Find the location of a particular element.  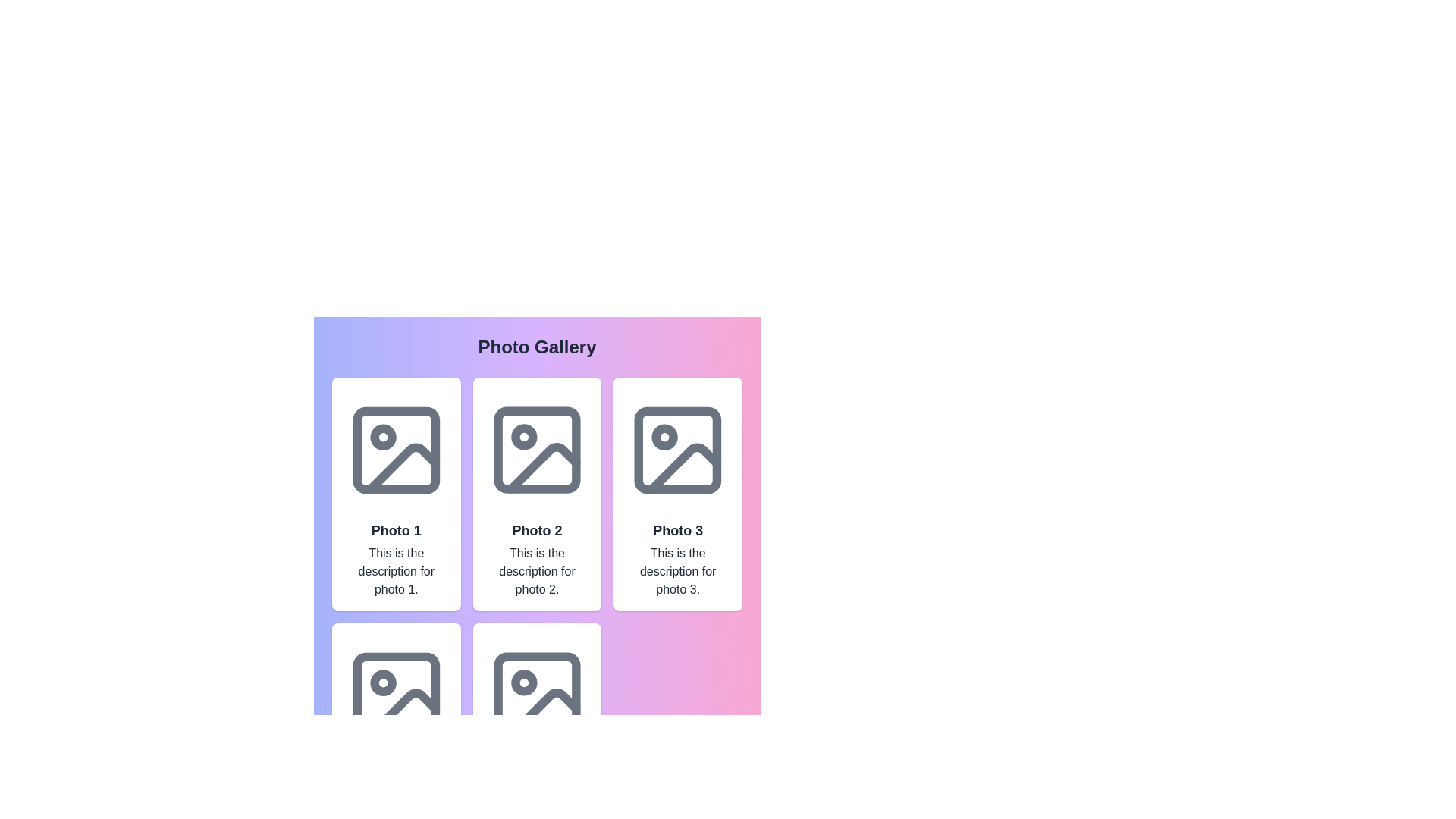

the icon resembling a stylized picture frame with a circular and triangular shape inside, located within the visual card titled 'Photo 5' in the second row, first column of the photo gallery layout is located at coordinates (537, 696).